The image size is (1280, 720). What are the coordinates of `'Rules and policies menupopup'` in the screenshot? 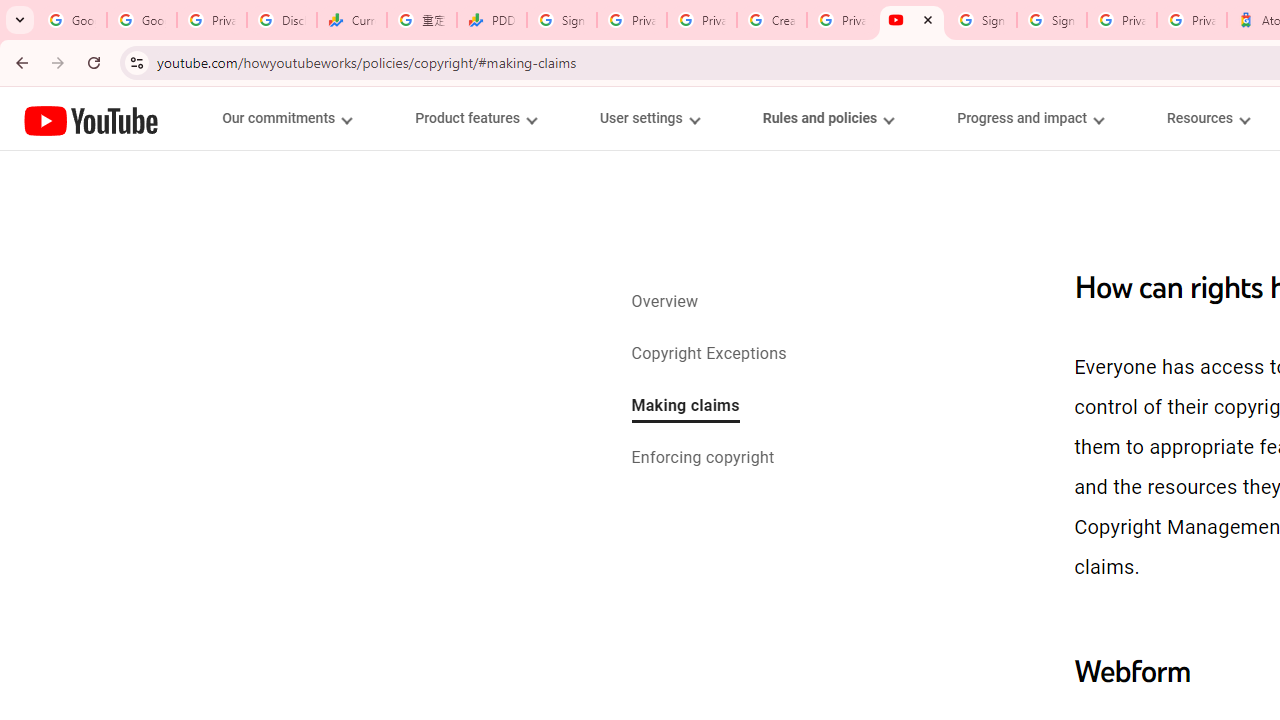 It's located at (827, 118).